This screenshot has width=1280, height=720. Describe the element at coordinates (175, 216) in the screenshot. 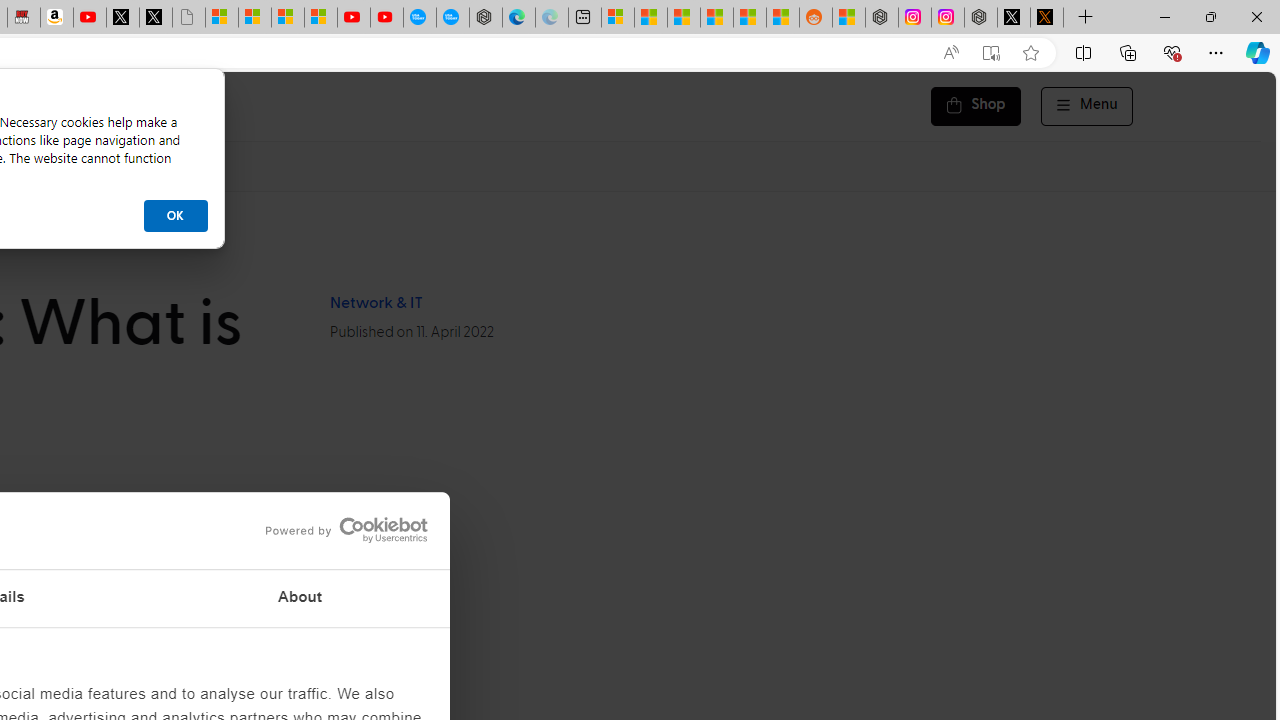

I see `'OK'` at that location.